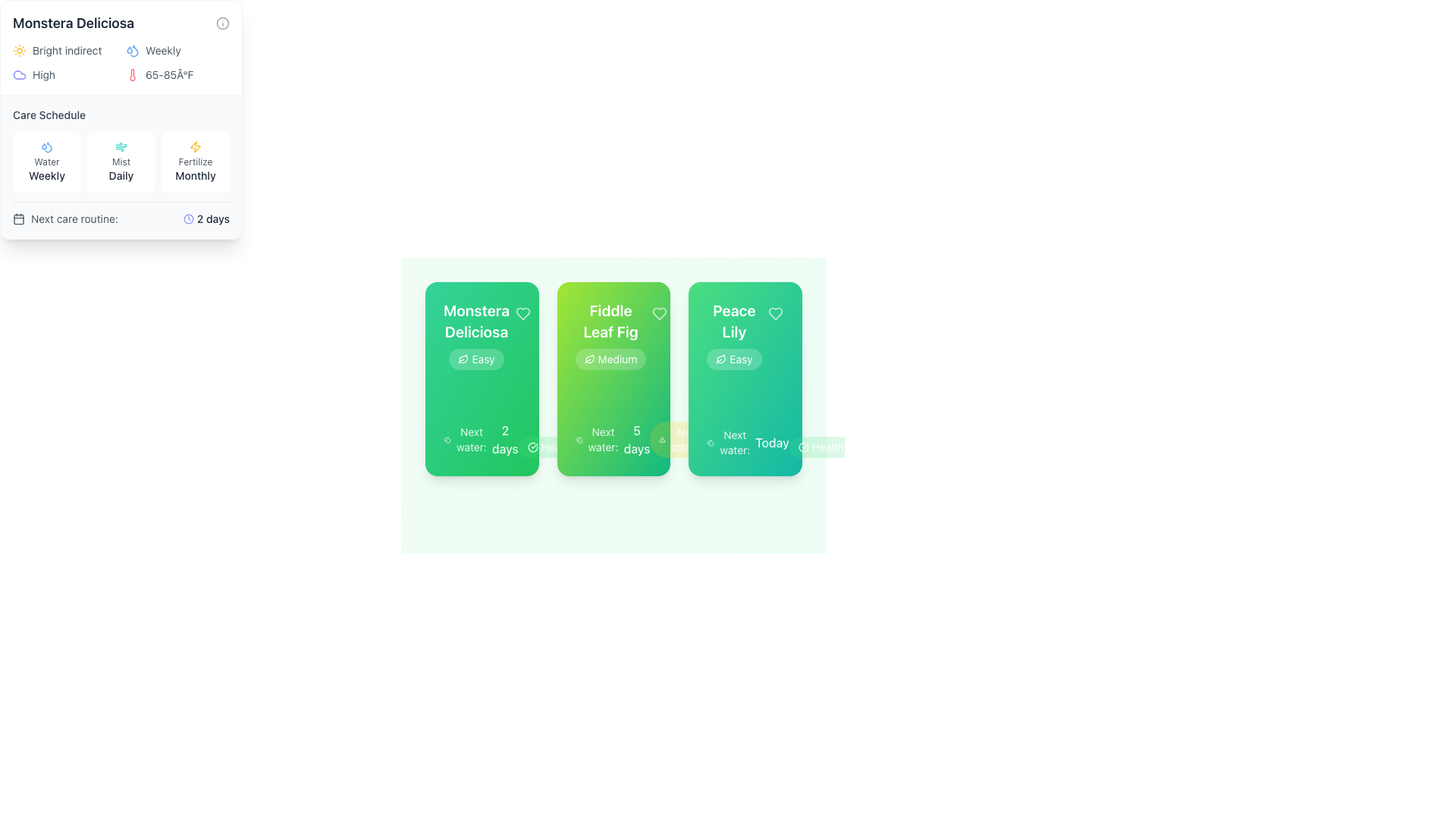 This screenshot has height=819, width=1456. I want to click on the heart-shaped icon in the top-right corner of the 'Fiddle Leaf Fig' card, so click(660, 312).